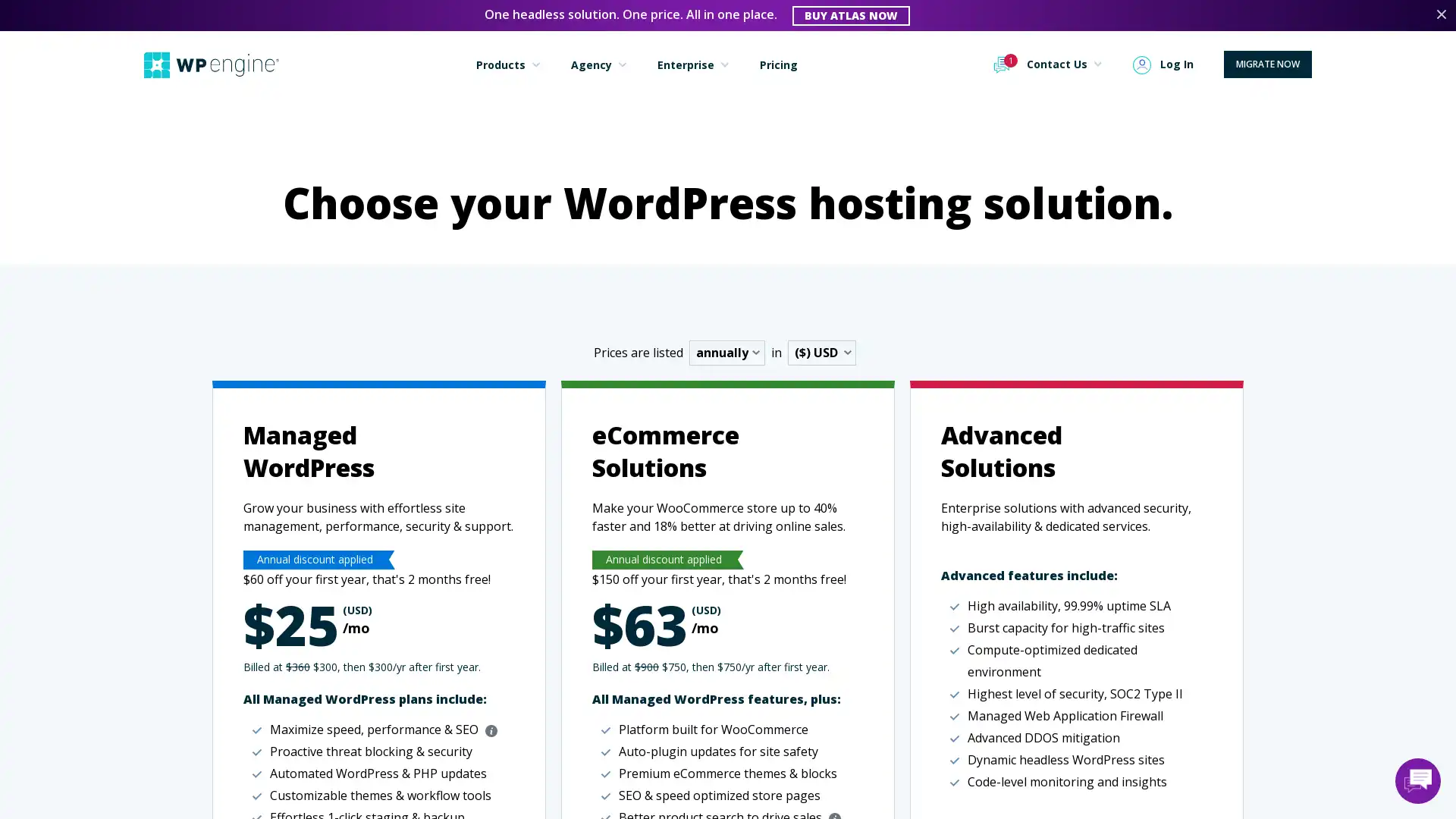 The image size is (1456, 819). What do you see at coordinates (1440, 14) in the screenshot?
I see `Close` at bounding box center [1440, 14].